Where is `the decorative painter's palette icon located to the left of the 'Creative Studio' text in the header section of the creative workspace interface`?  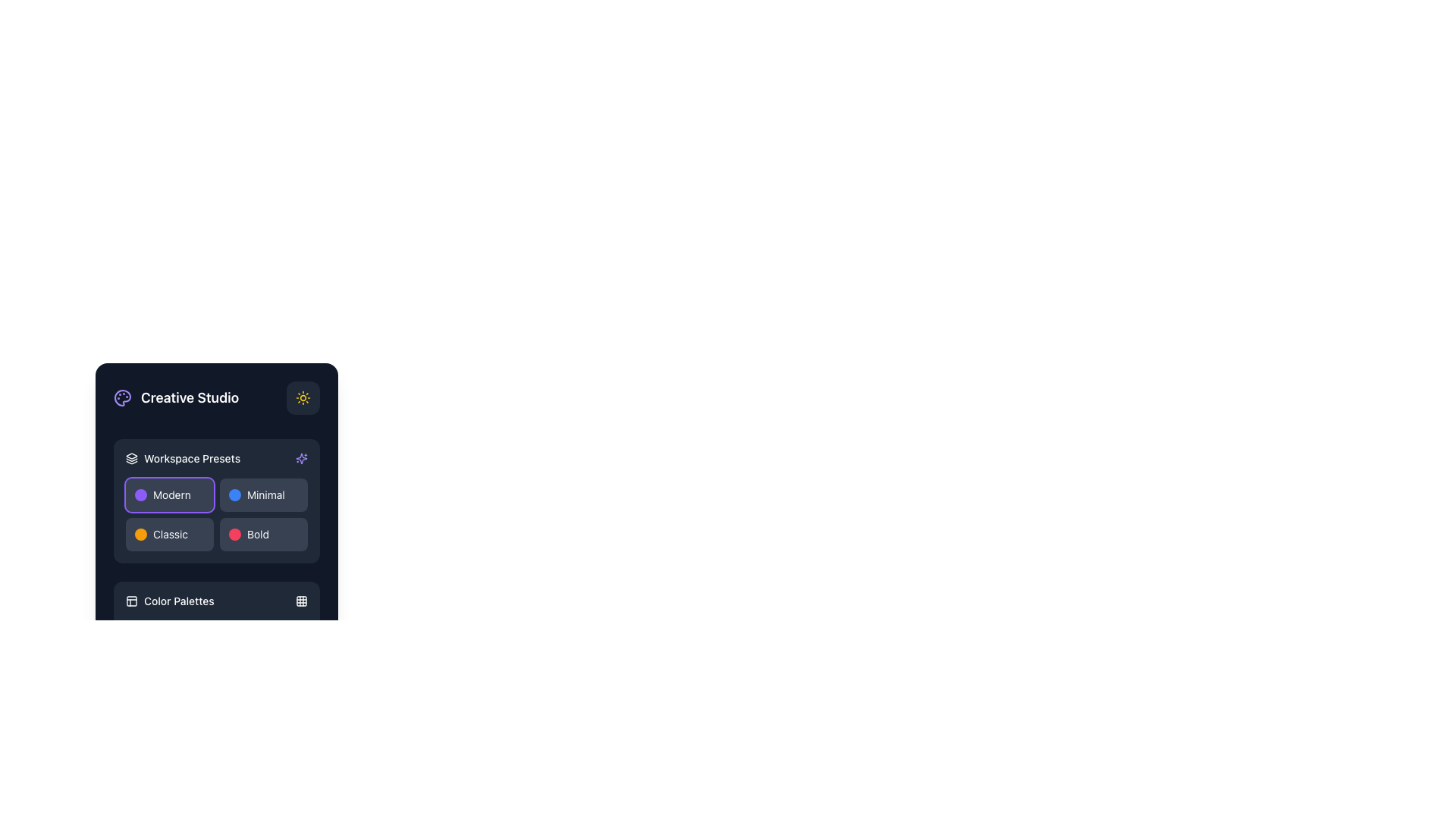 the decorative painter's palette icon located to the left of the 'Creative Studio' text in the header section of the creative workspace interface is located at coordinates (123, 397).